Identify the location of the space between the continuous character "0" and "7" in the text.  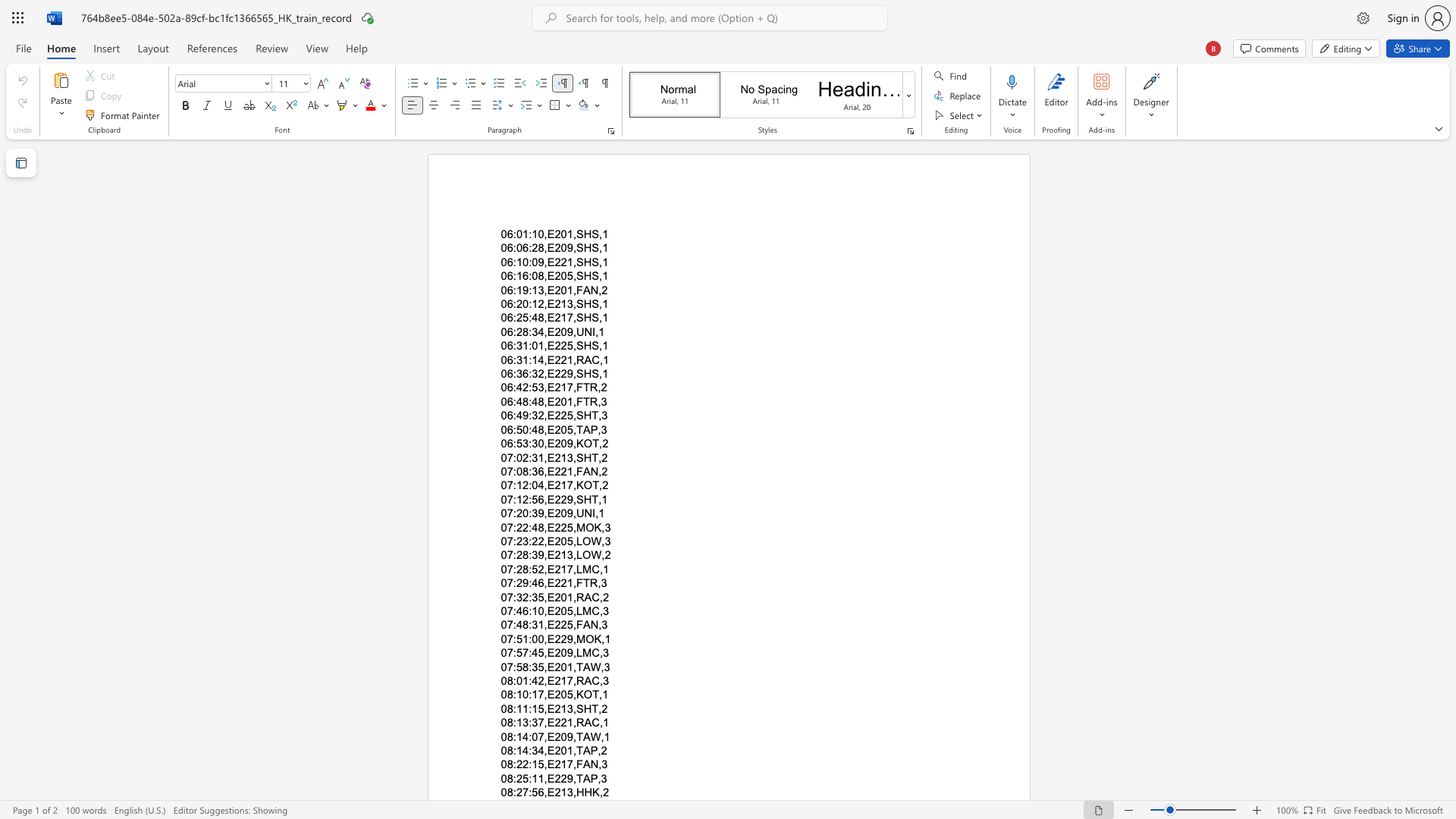
(507, 652).